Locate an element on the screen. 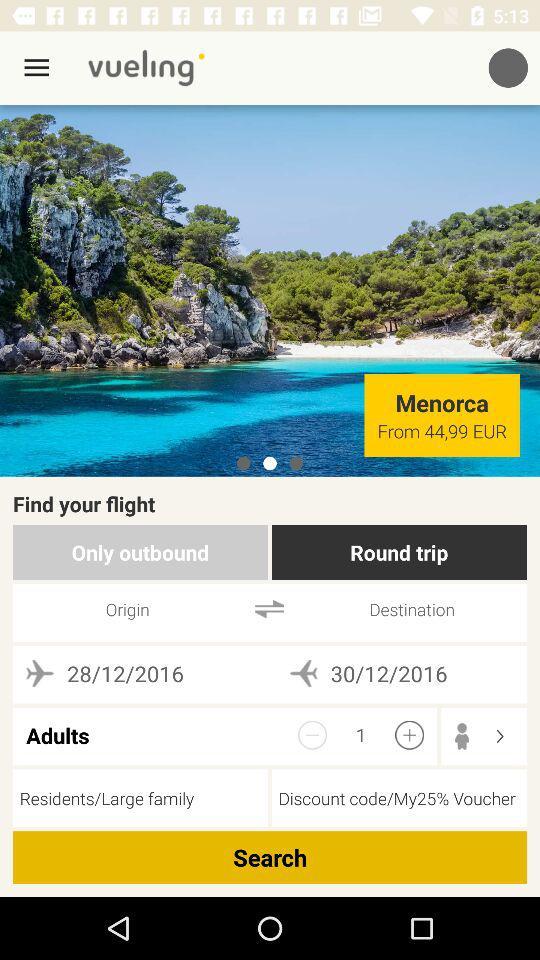  round trip icon is located at coordinates (399, 552).